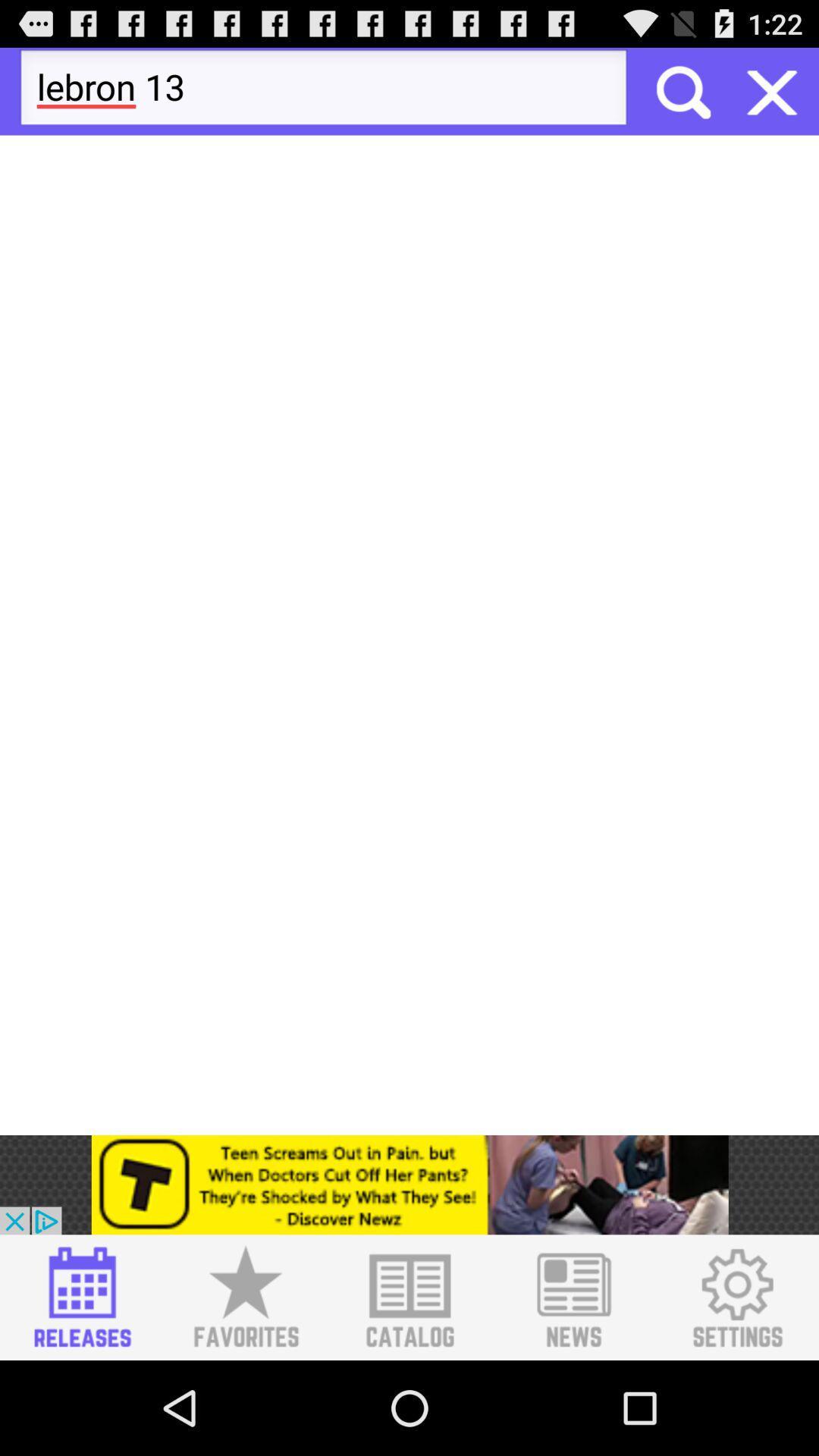 The width and height of the screenshot is (819, 1456). I want to click on favorites screen, so click(245, 1297).